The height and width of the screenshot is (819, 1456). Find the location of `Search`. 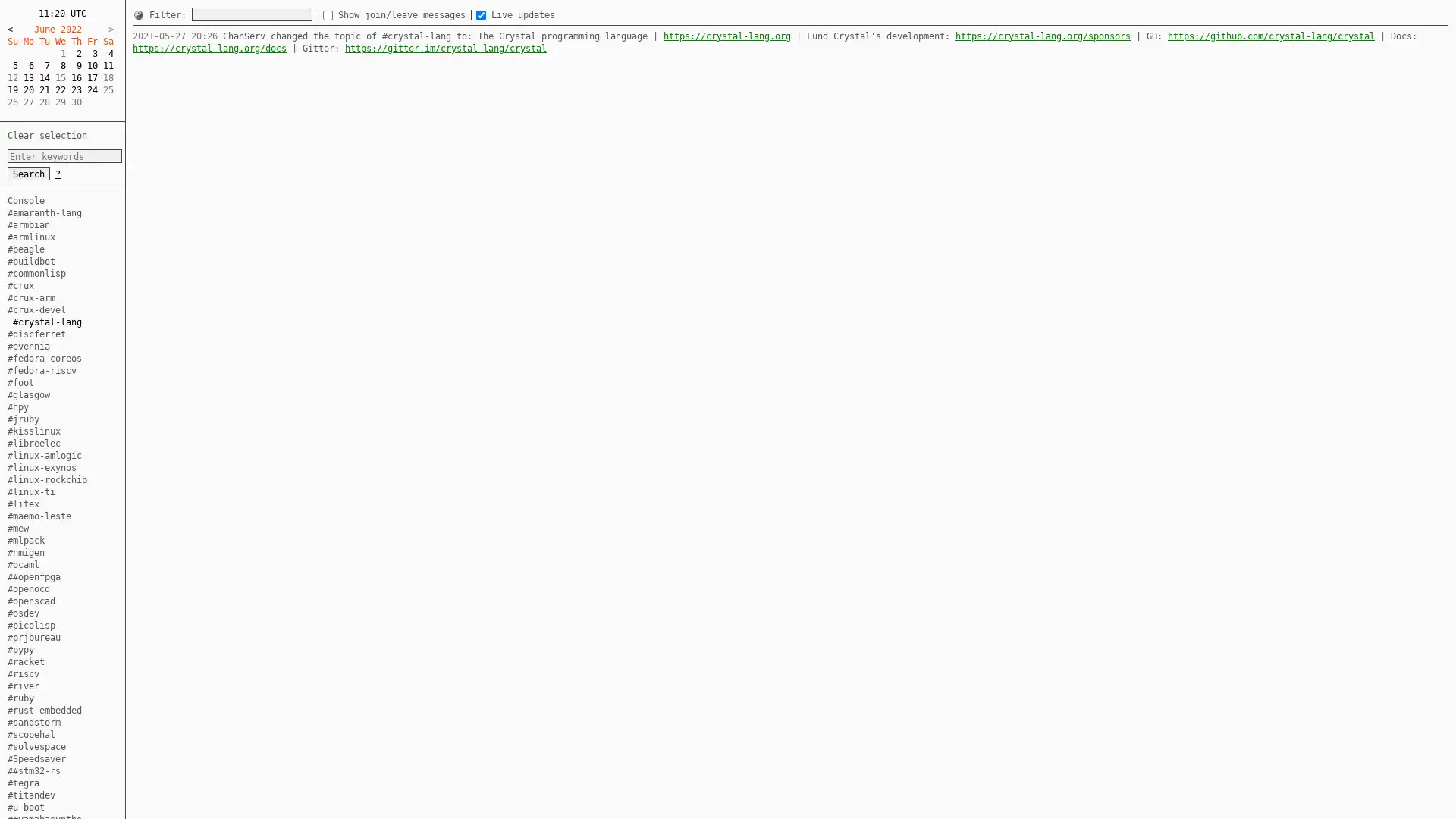

Search is located at coordinates (29, 172).